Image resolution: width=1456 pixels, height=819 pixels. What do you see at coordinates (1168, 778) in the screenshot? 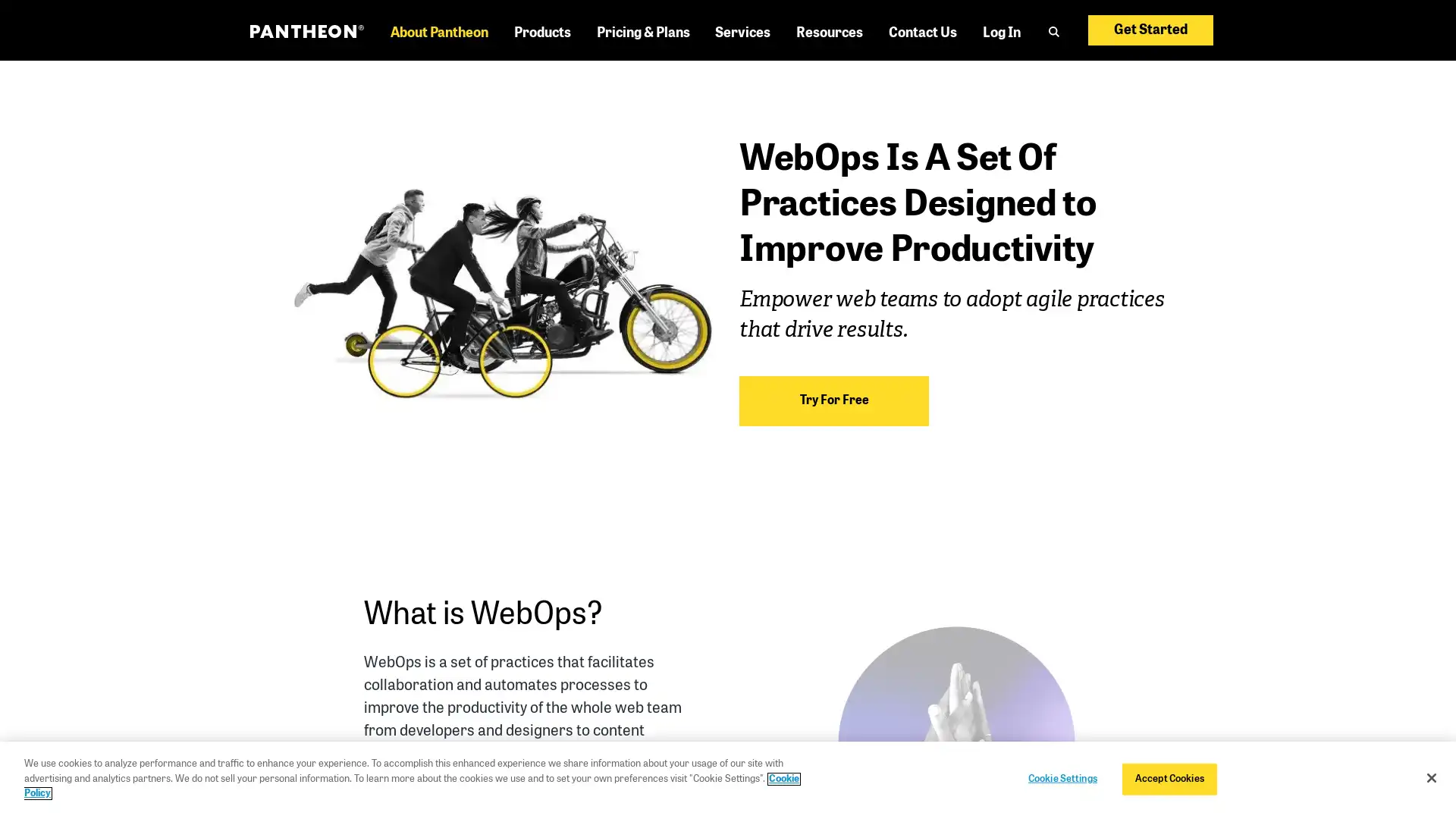
I see `Accept Cookies` at bounding box center [1168, 778].